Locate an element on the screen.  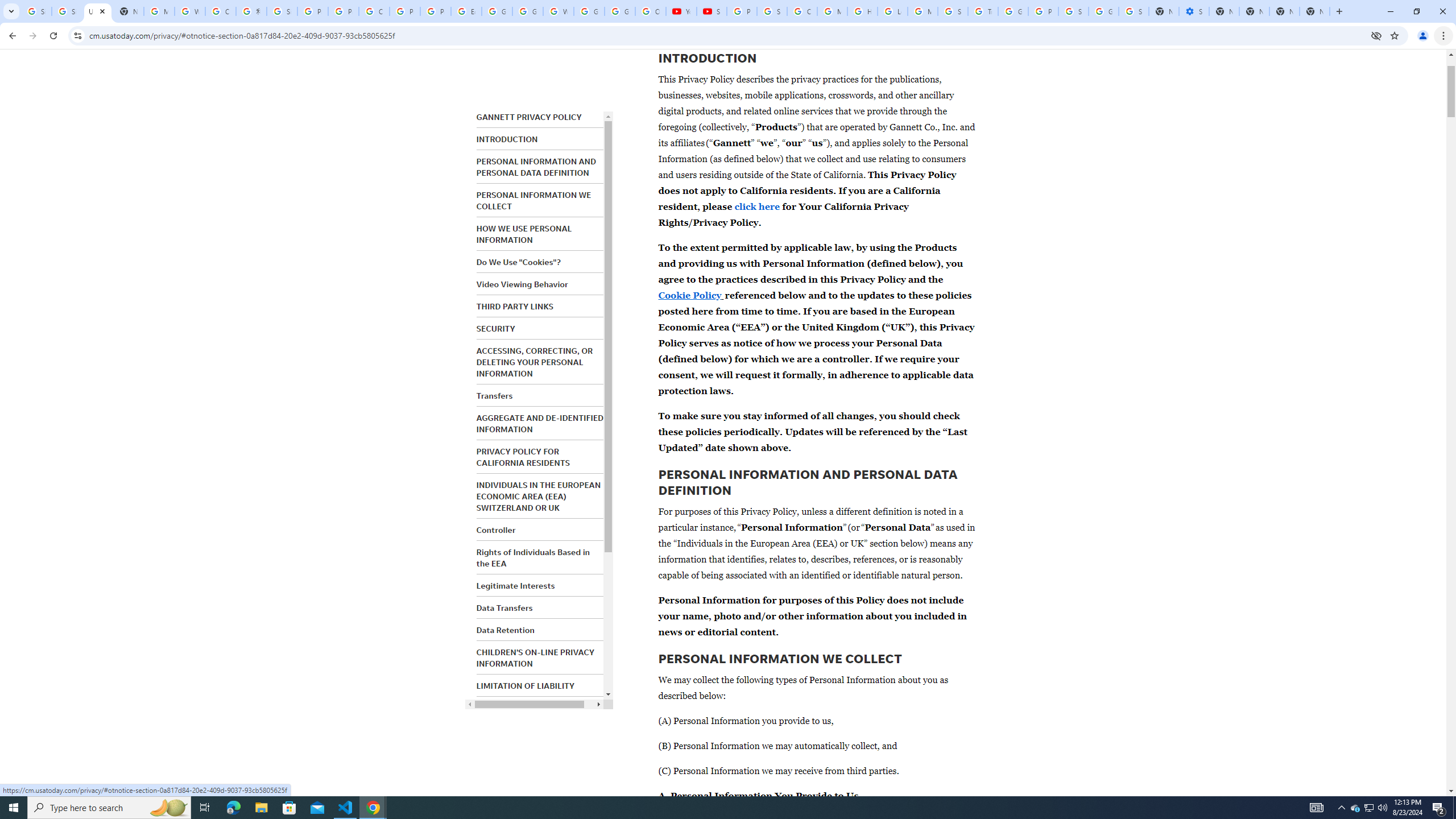
'INTRODUCTION' is located at coordinates (507, 139).